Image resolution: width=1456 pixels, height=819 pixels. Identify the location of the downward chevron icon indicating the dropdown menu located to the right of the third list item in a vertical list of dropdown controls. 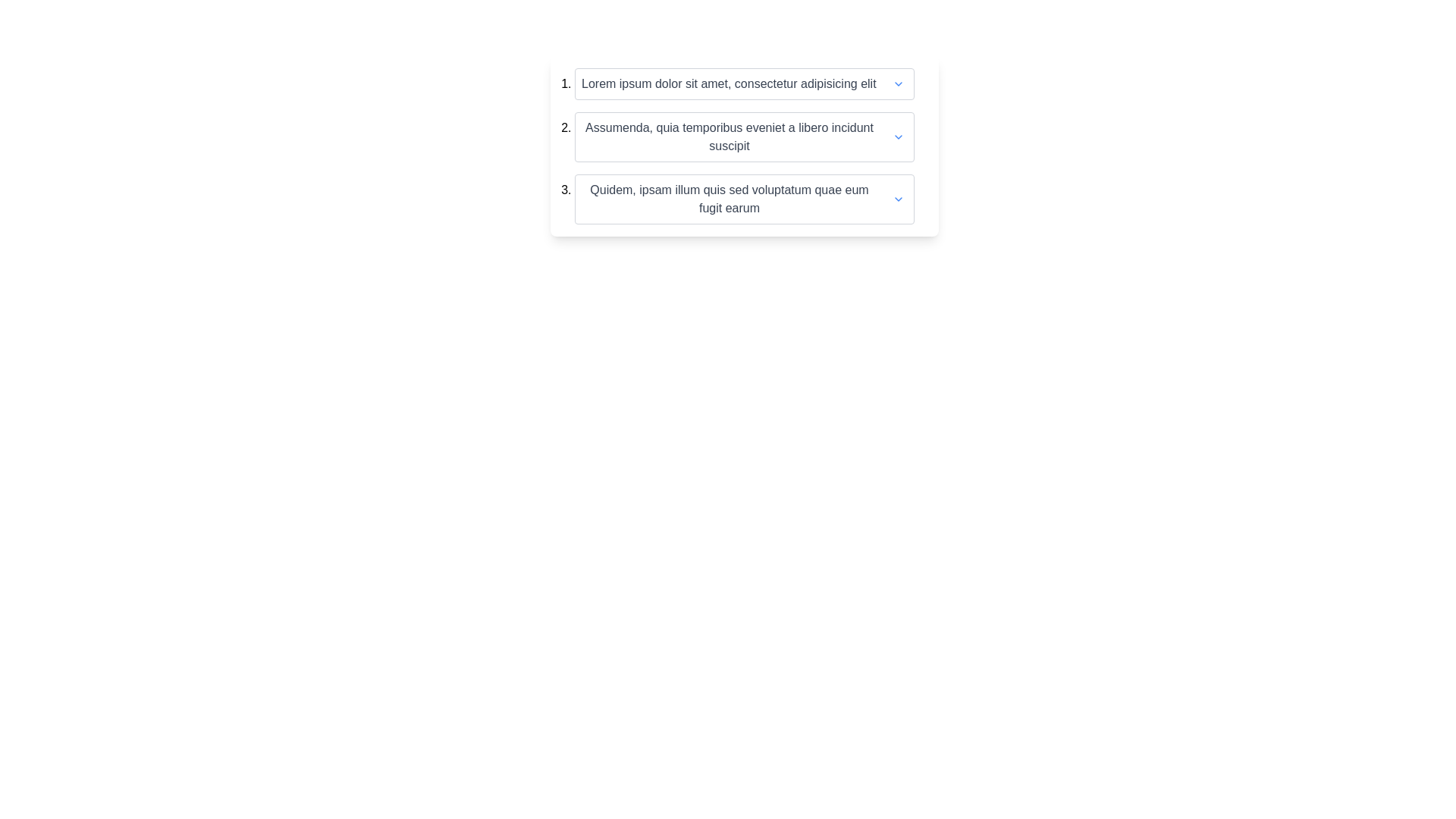
(899, 198).